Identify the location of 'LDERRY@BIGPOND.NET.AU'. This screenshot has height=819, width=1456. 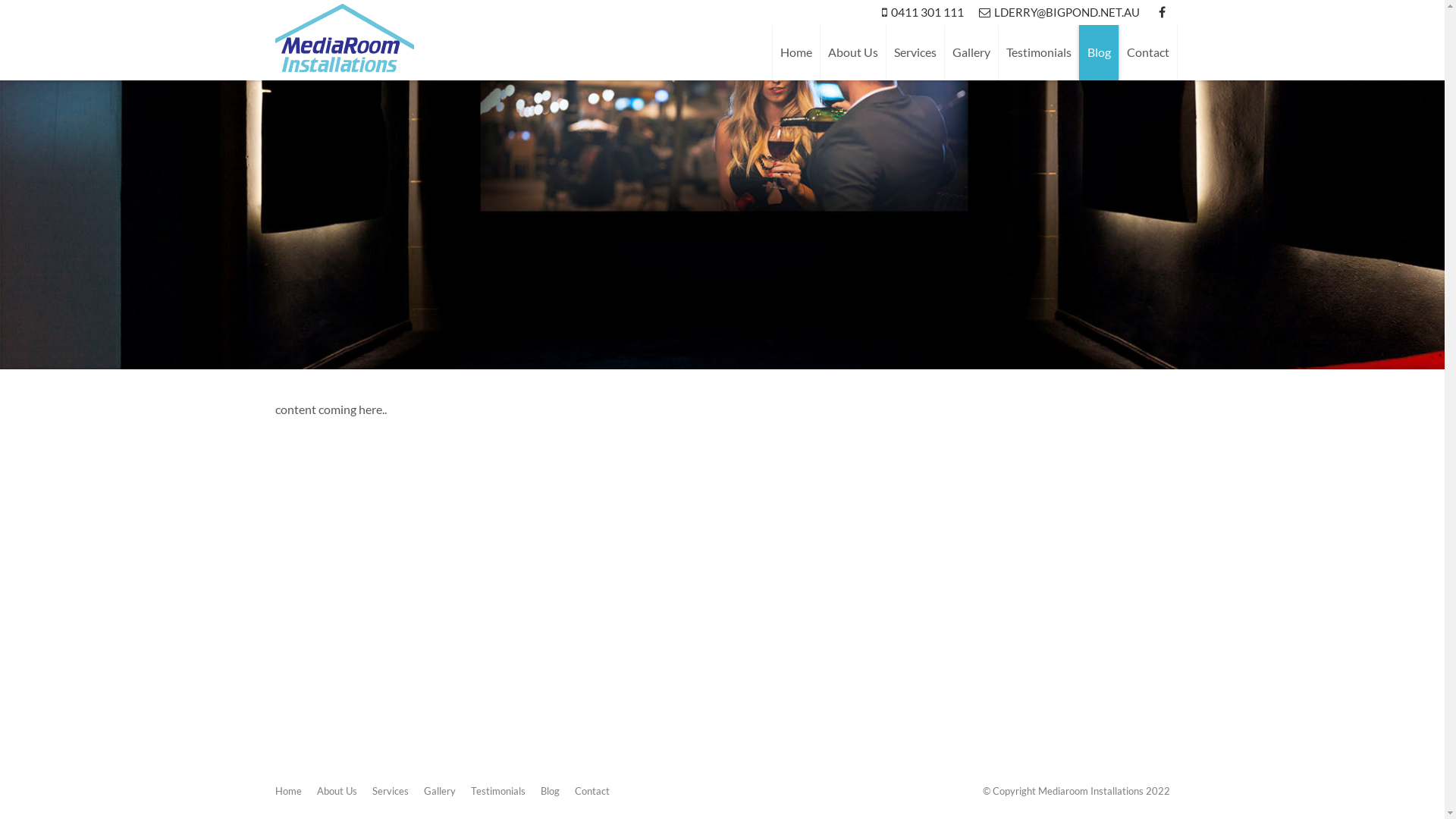
(971, 12).